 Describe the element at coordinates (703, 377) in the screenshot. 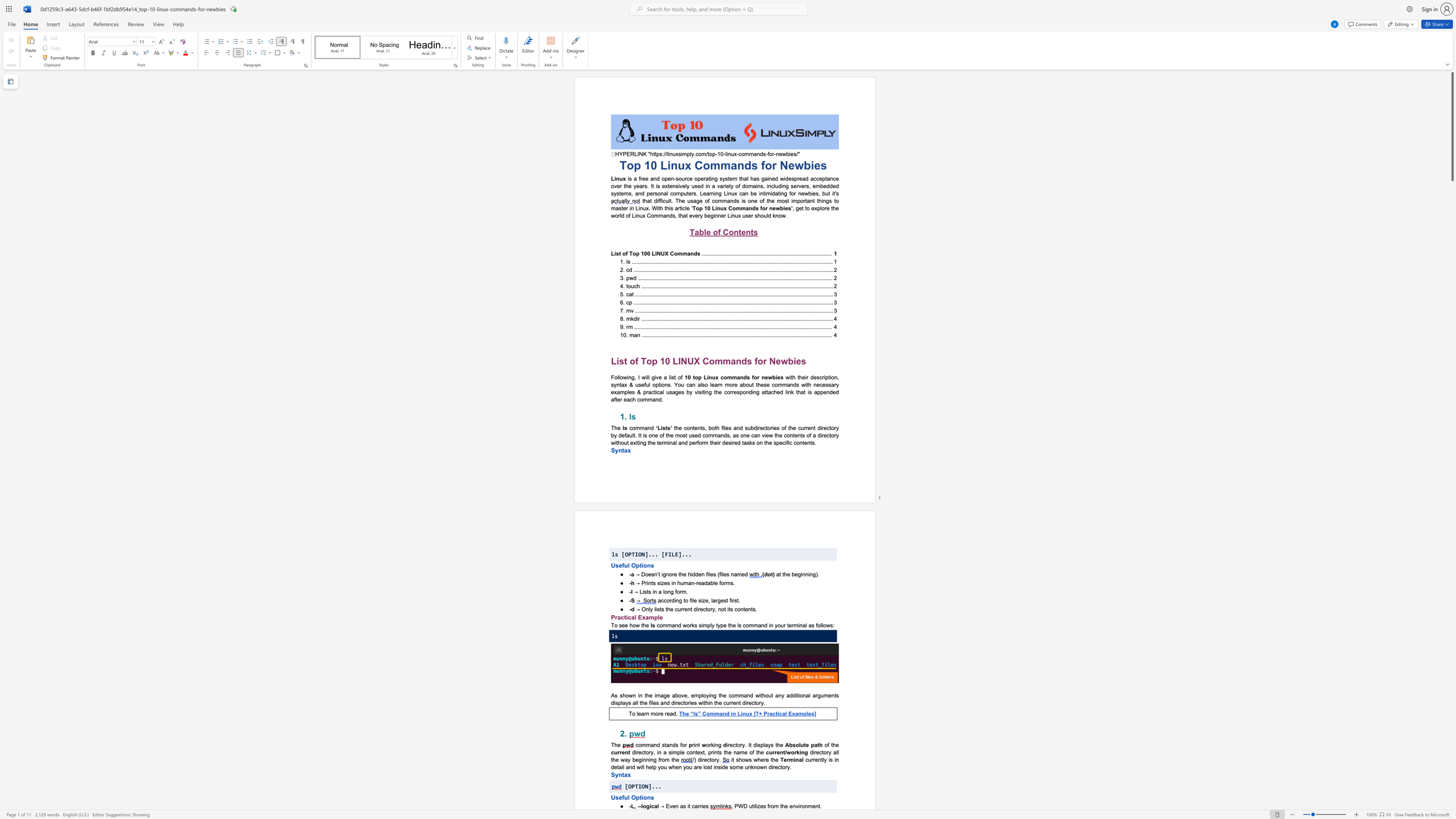

I see `the subset text "Linux commands for ne" within the text "10 top Linux commands for newbies"` at that location.